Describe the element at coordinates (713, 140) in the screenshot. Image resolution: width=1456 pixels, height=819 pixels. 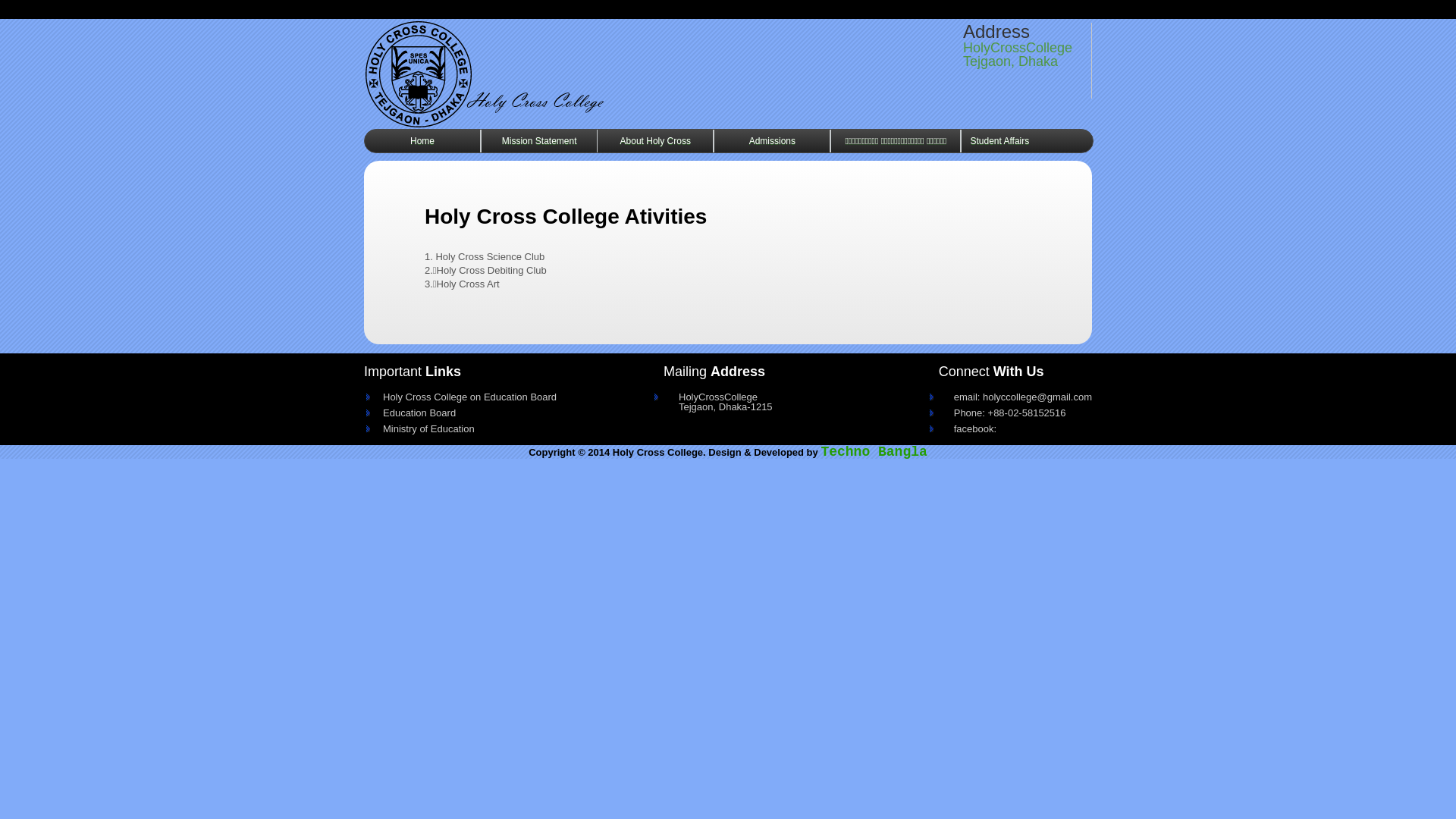
I see `'Admissions'` at that location.